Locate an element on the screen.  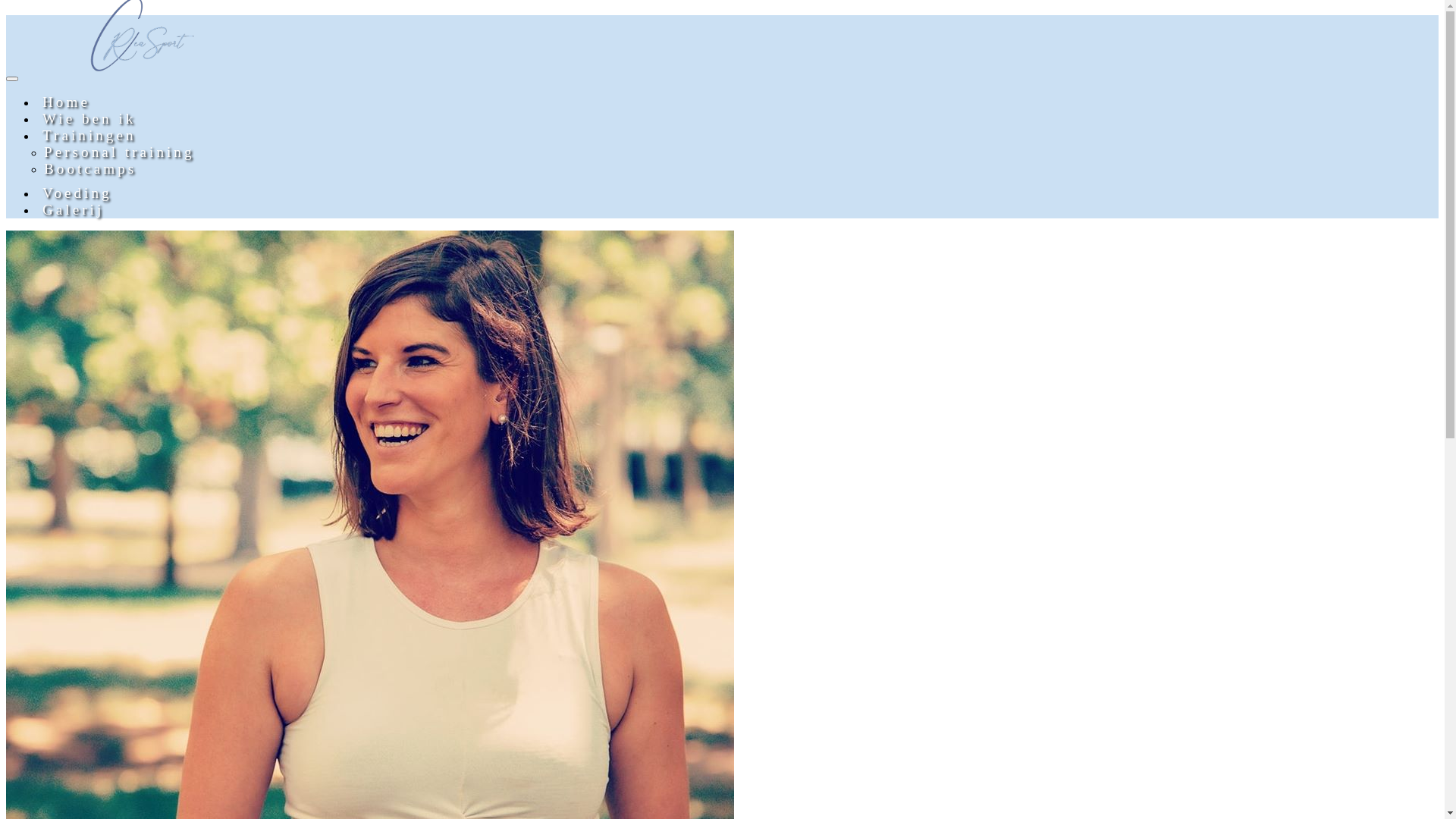
'Wie ben ik' is located at coordinates (88, 118).